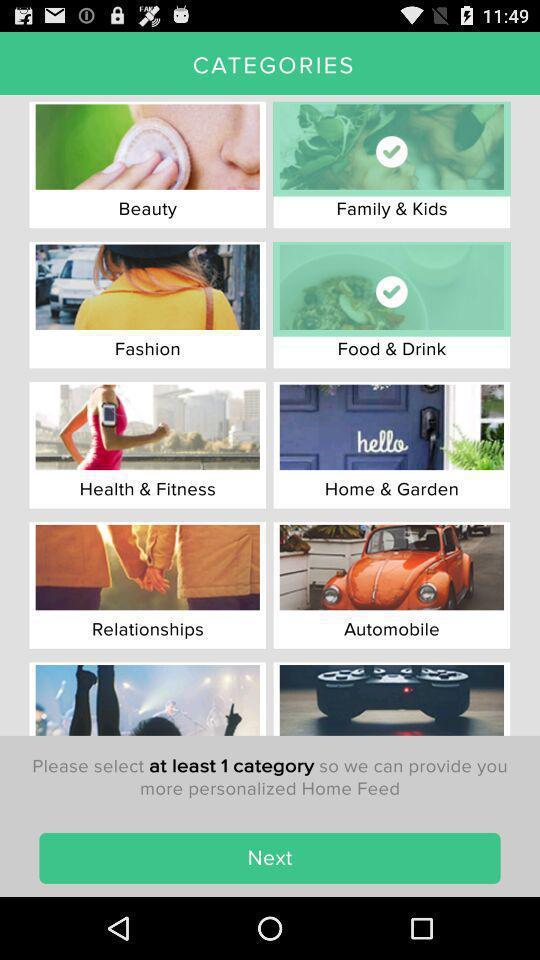  Describe the element at coordinates (270, 857) in the screenshot. I see `the icon below the please select at item` at that location.